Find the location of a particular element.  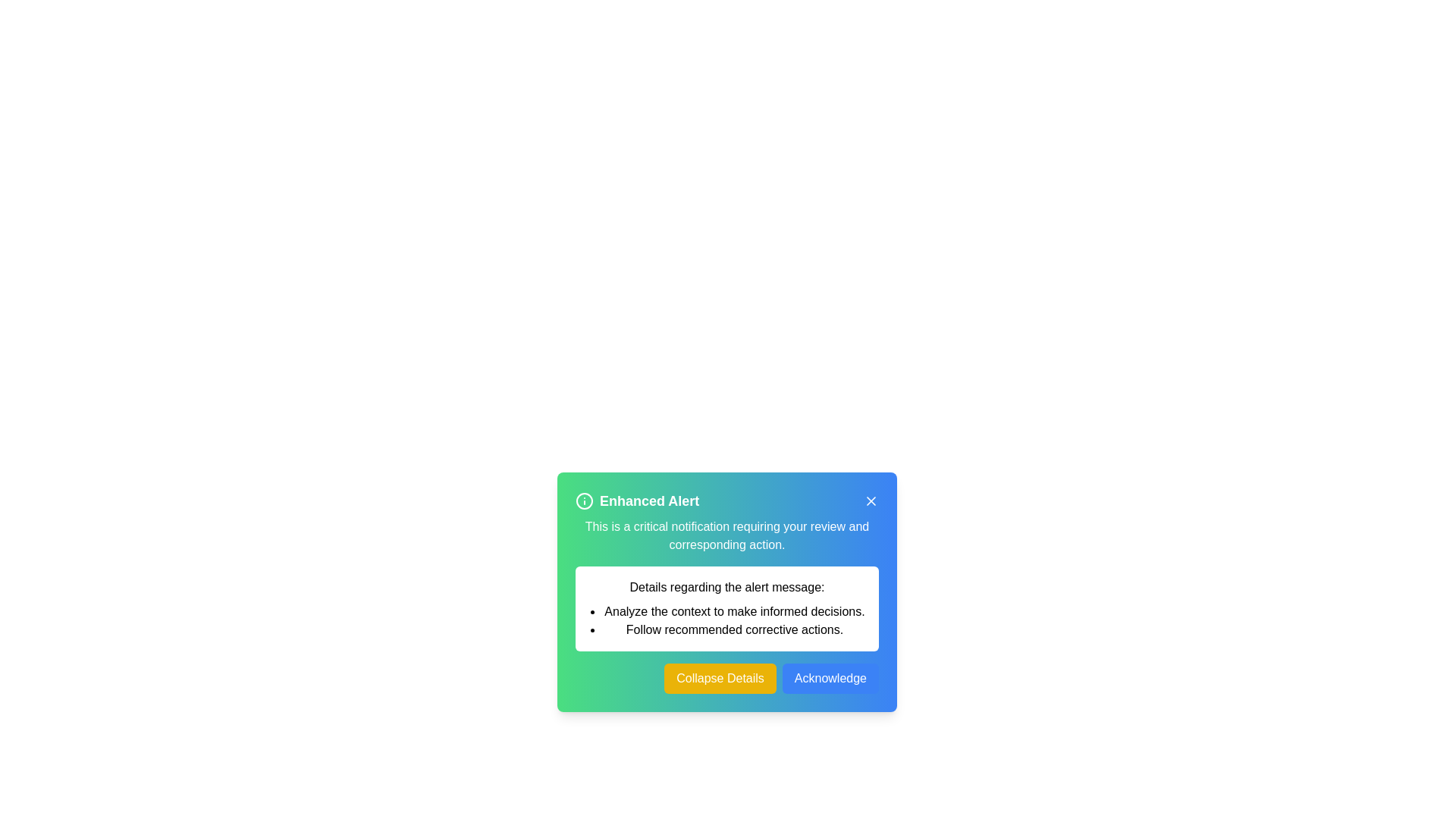

the bright yellow 'Collapse Details' button with rounded corners at the bottom-right section of the dialog box is located at coordinates (720, 677).